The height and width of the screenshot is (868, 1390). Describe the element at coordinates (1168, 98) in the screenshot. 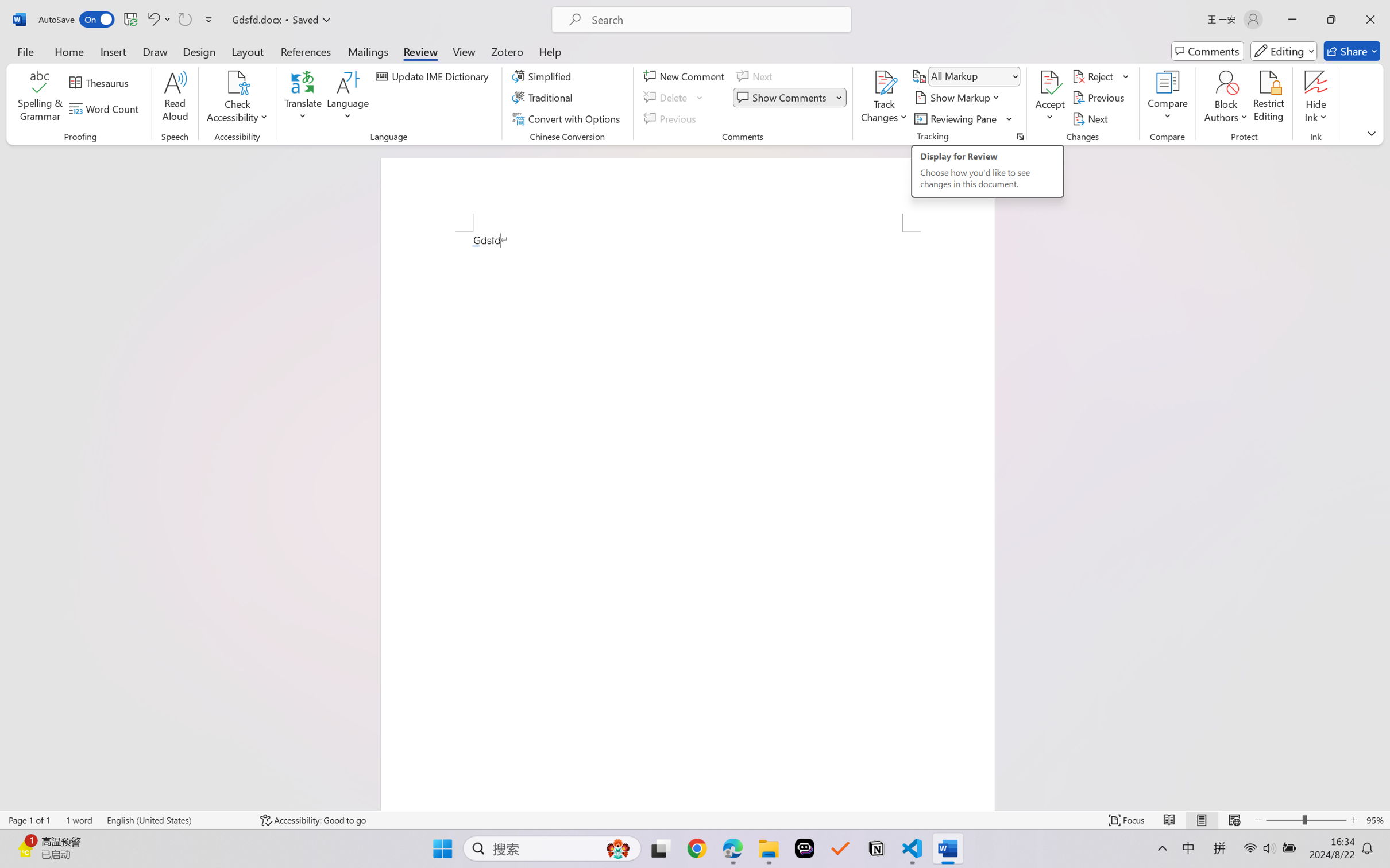

I see `'Compare'` at that location.